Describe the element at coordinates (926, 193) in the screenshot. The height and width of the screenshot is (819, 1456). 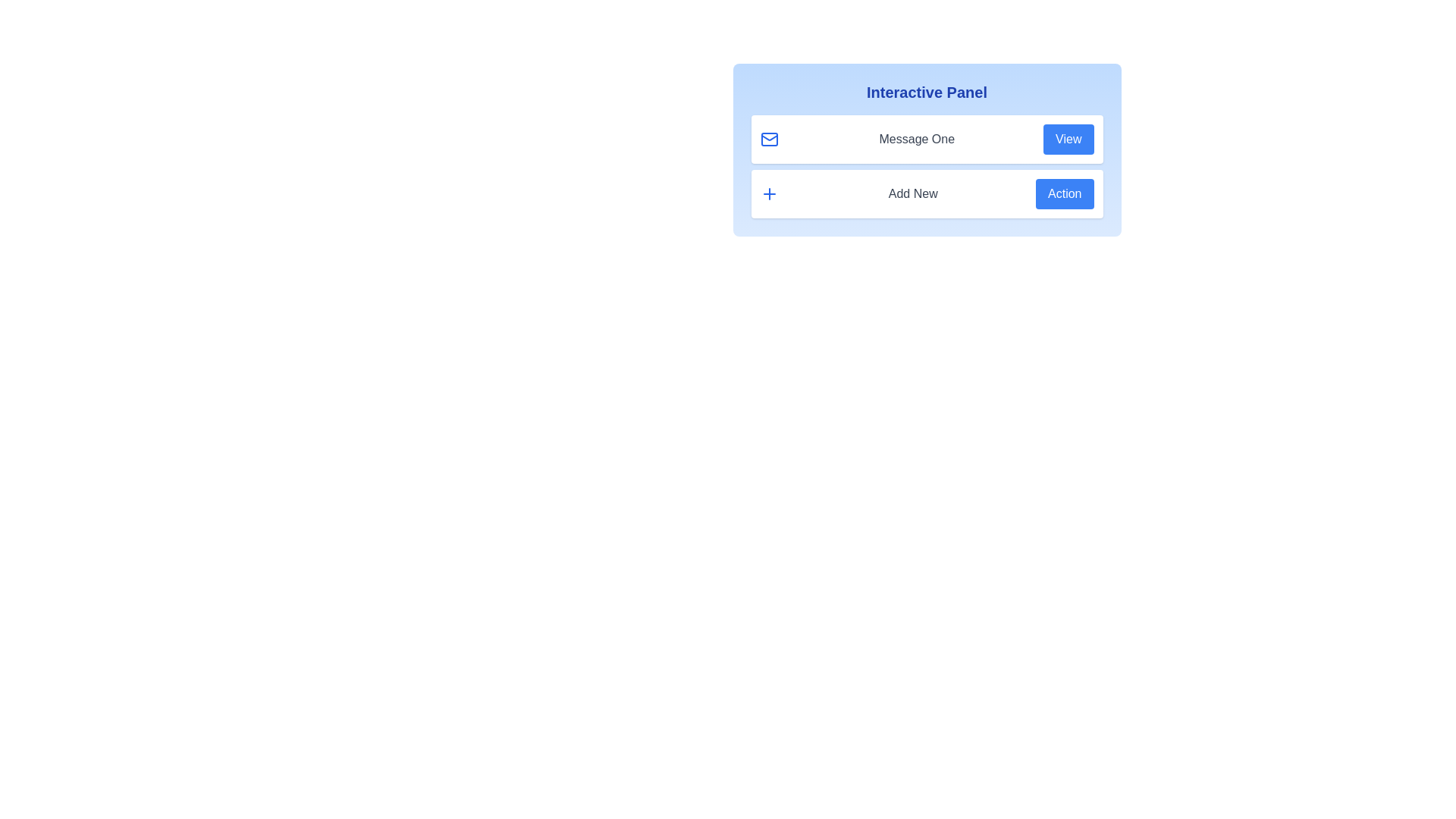
I see `the entry Add New to observe the shadow effect` at that location.